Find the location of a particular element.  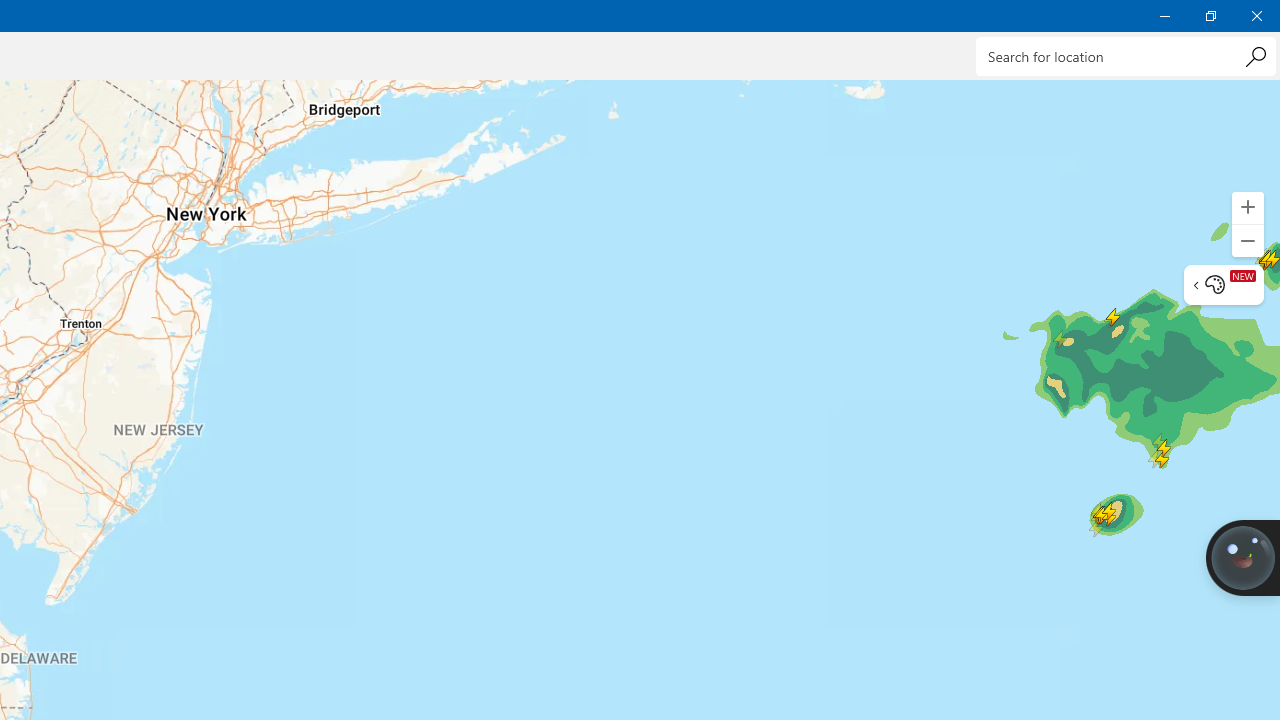

'Search' is located at coordinates (1254, 55).